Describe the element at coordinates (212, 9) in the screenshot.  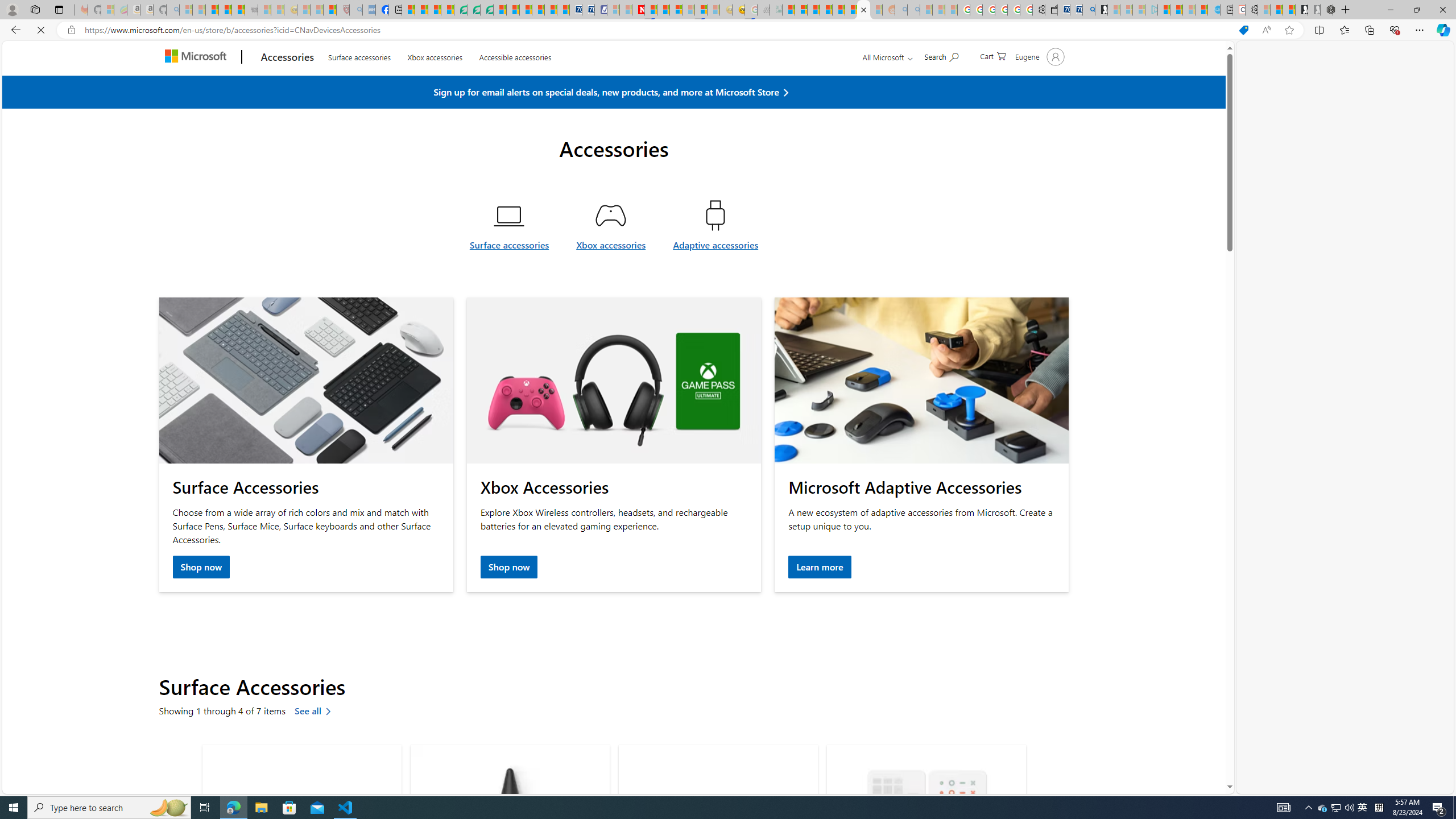
I see `'The Weather Channel - MSN'` at that location.